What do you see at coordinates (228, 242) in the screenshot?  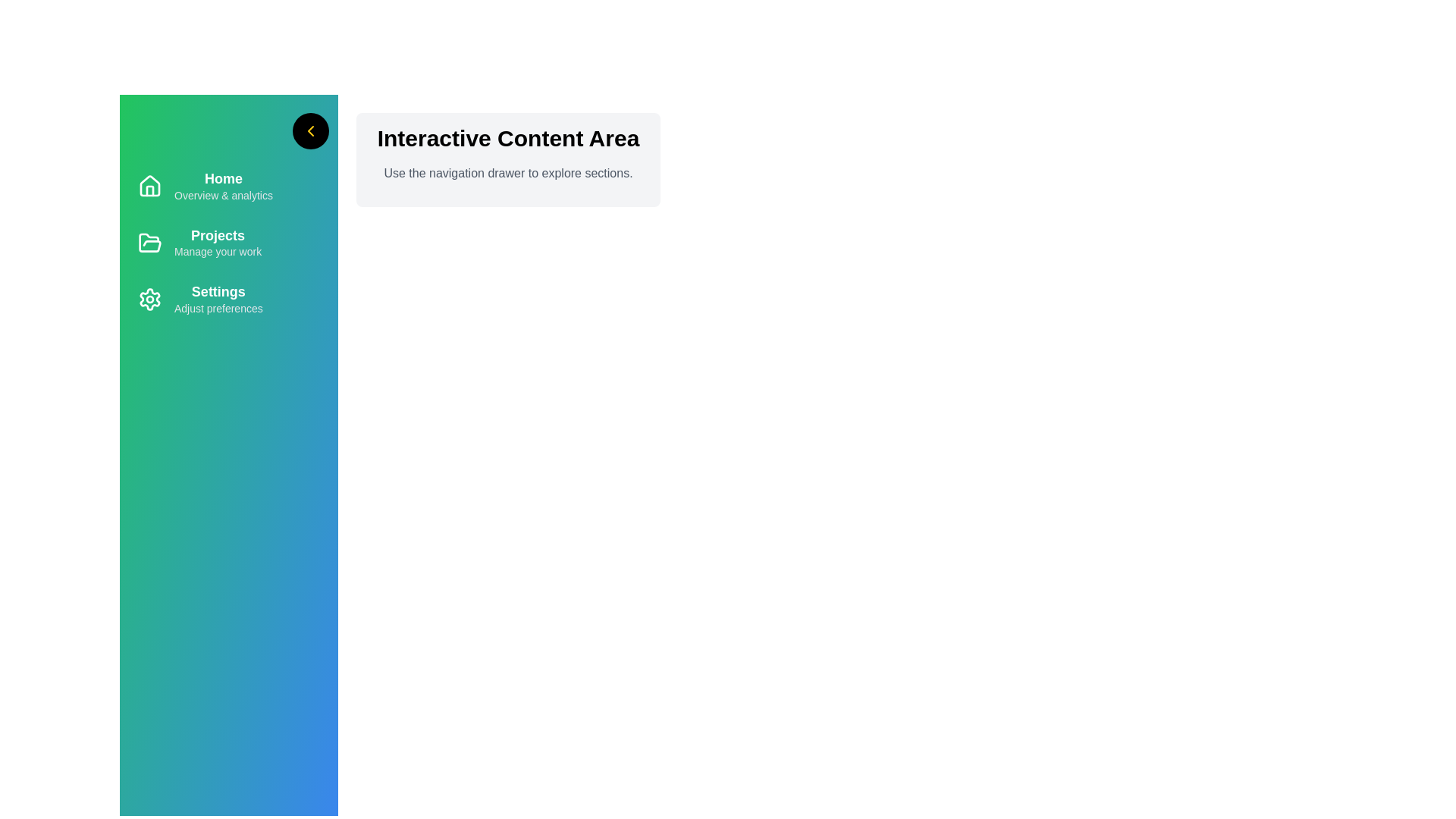 I see `the menu item Projects to highlight it` at bounding box center [228, 242].